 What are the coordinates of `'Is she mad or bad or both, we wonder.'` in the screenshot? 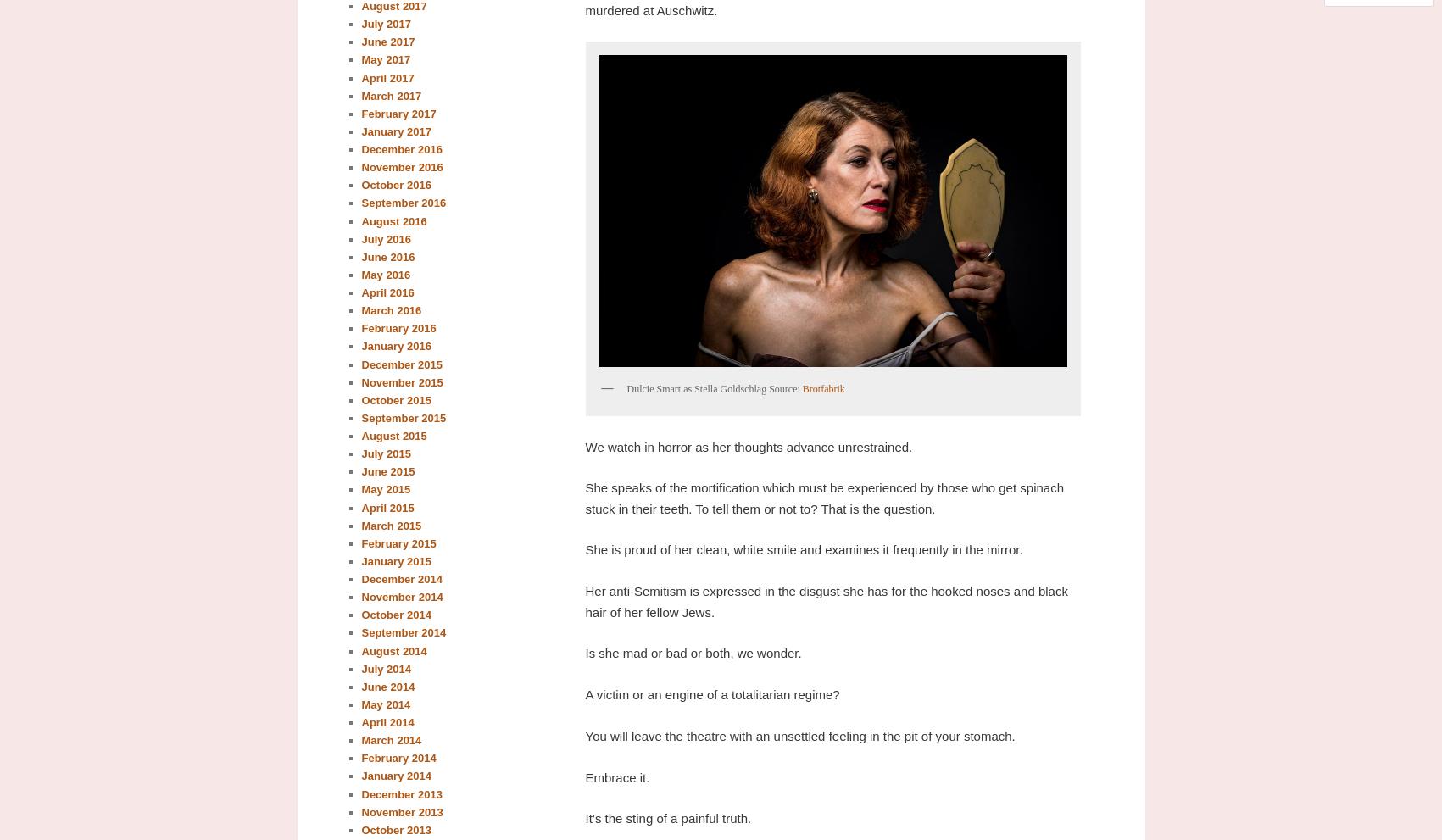 It's located at (693, 653).